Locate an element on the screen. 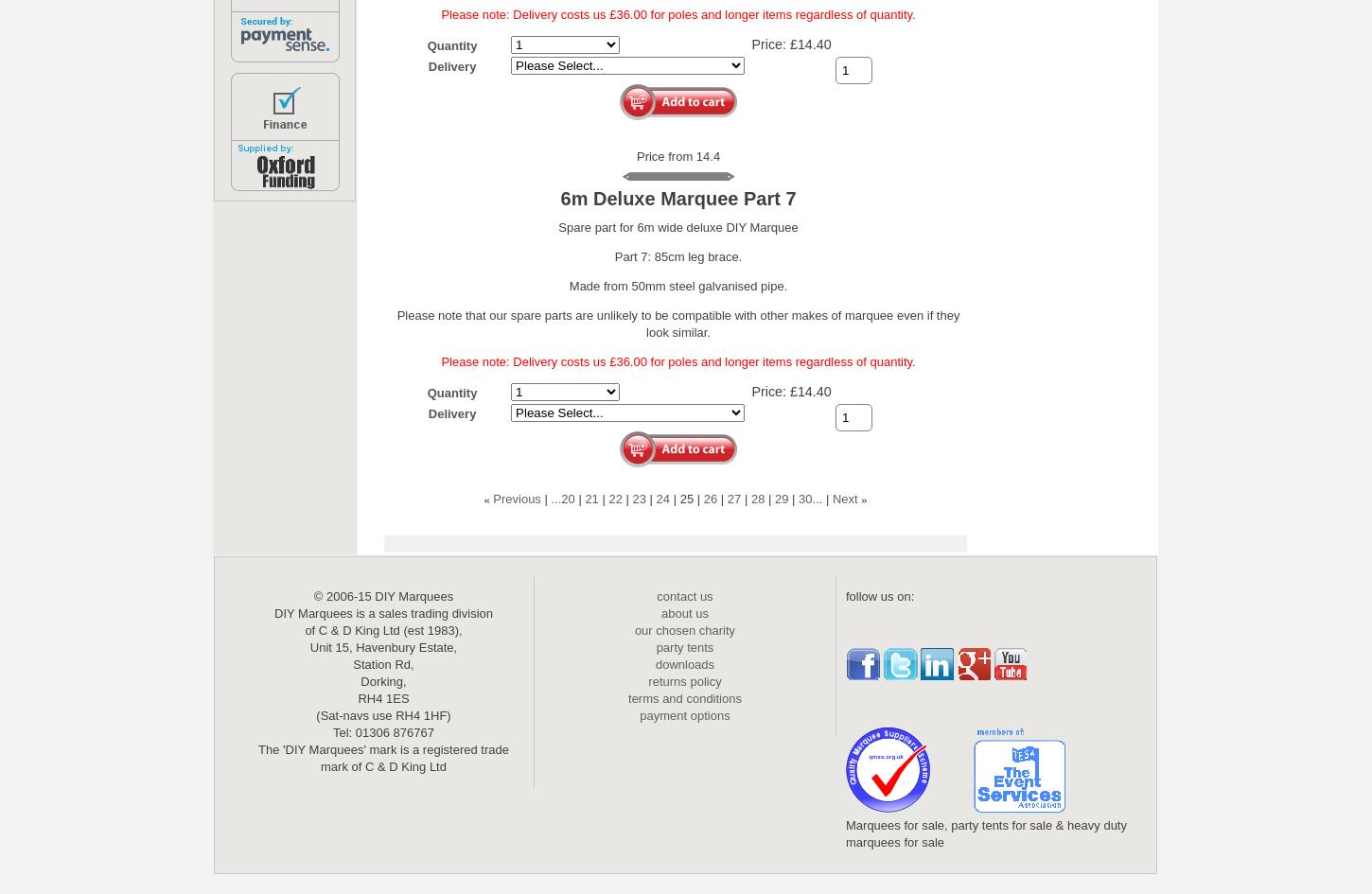  '21' is located at coordinates (589, 498).